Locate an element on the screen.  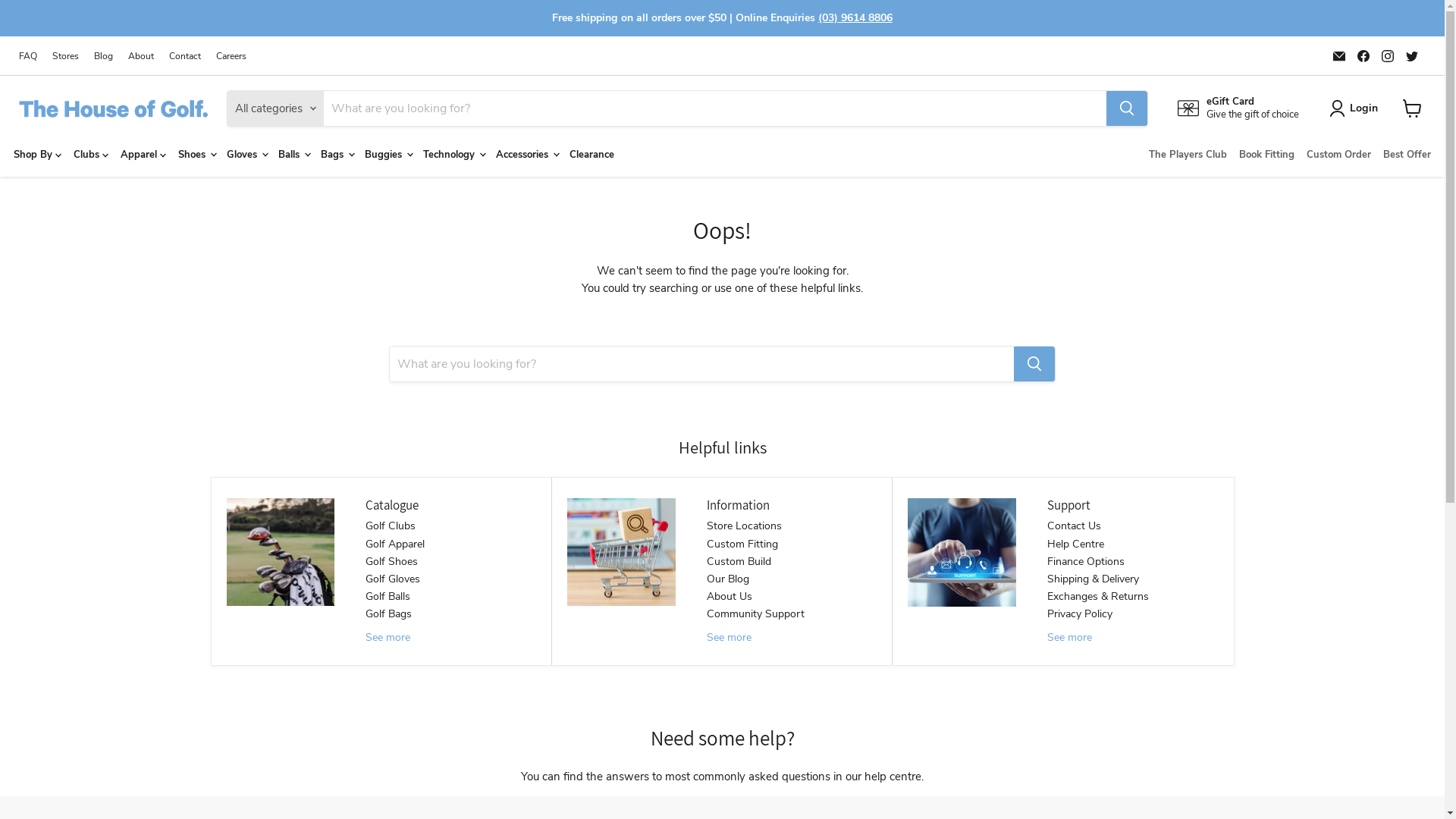
'Help Centre' is located at coordinates (1046, 543).